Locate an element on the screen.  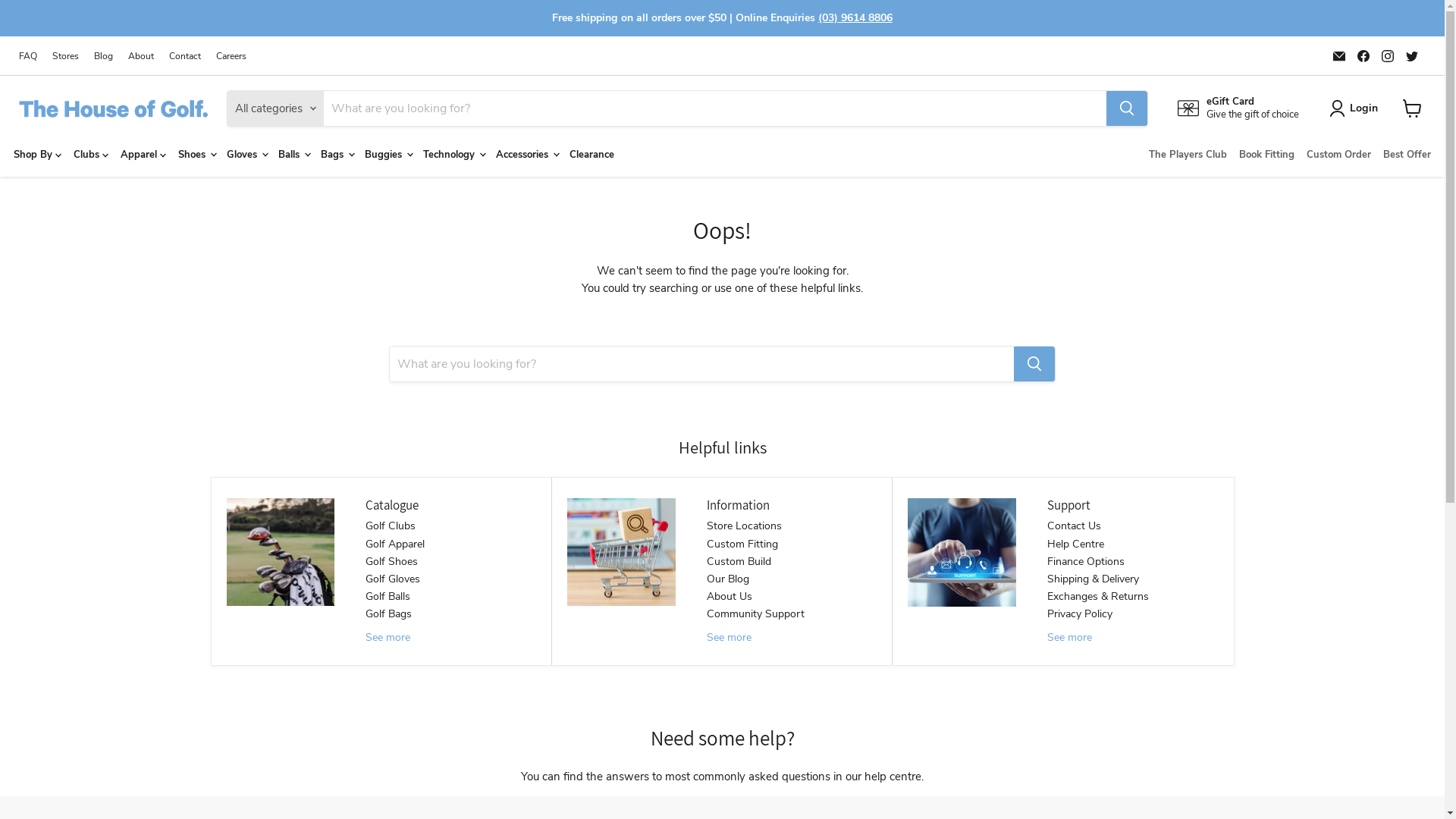
'Help Centre' is located at coordinates (1046, 543).